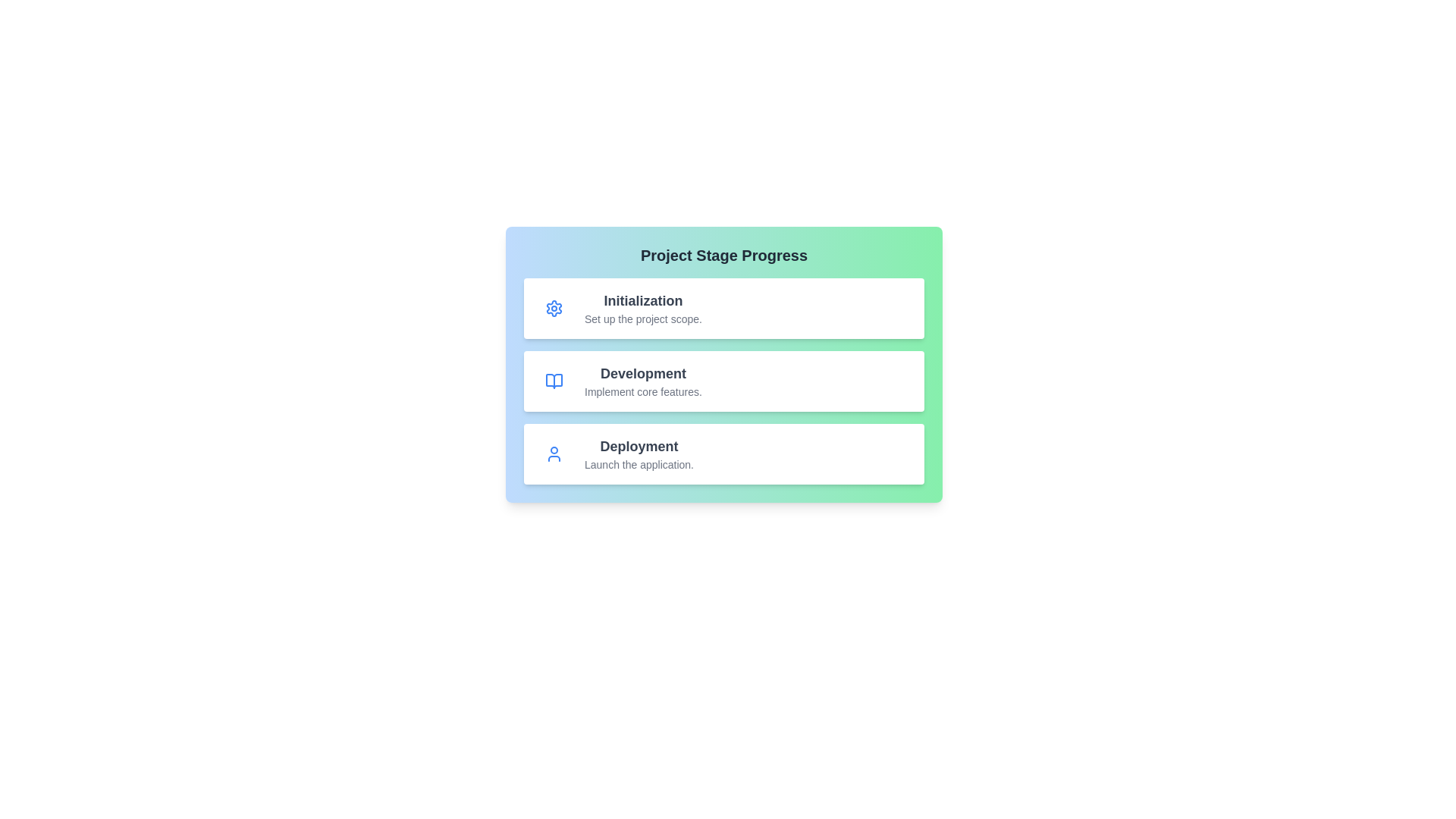 This screenshot has width=1456, height=819. I want to click on the open book icon in the Project Stage Progress widget, located next to the 'Development' text label, so click(553, 380).